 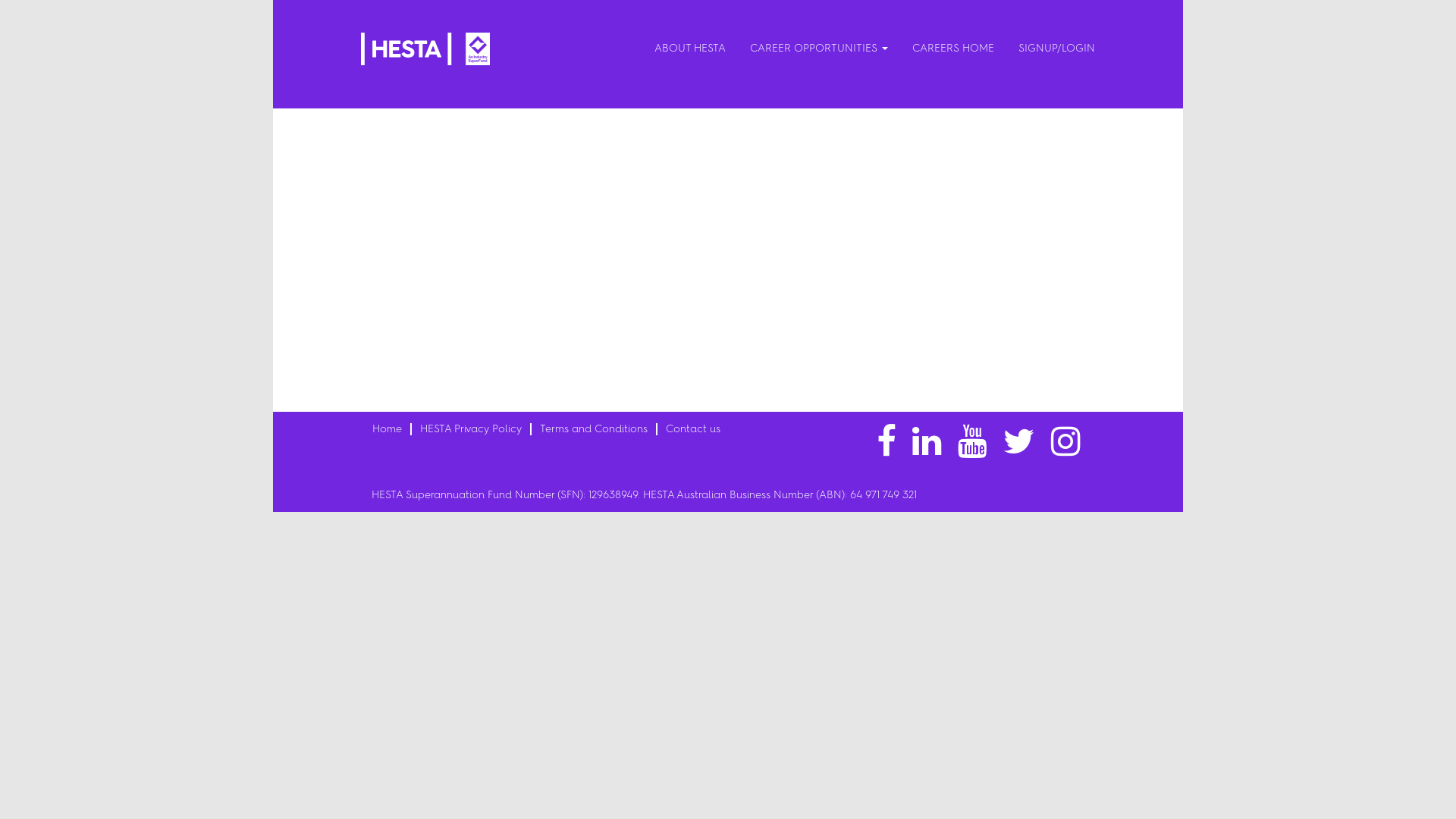 I want to click on 'HESTA Logo', so click(x=425, y=48).